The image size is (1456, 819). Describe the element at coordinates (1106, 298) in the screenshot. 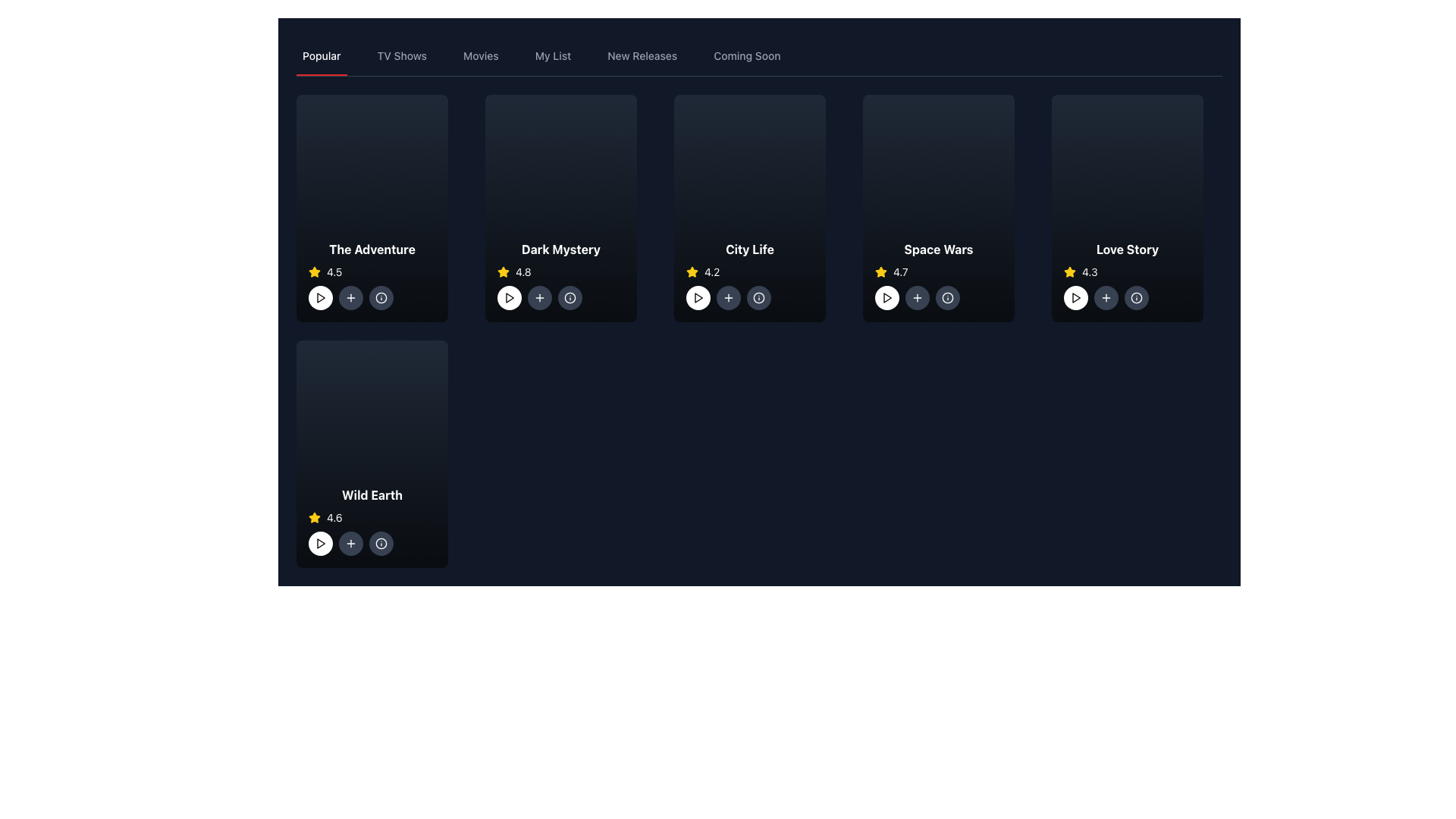

I see `the button positioned in the lower section of the card displaying the movie 'Love Story'` at that location.